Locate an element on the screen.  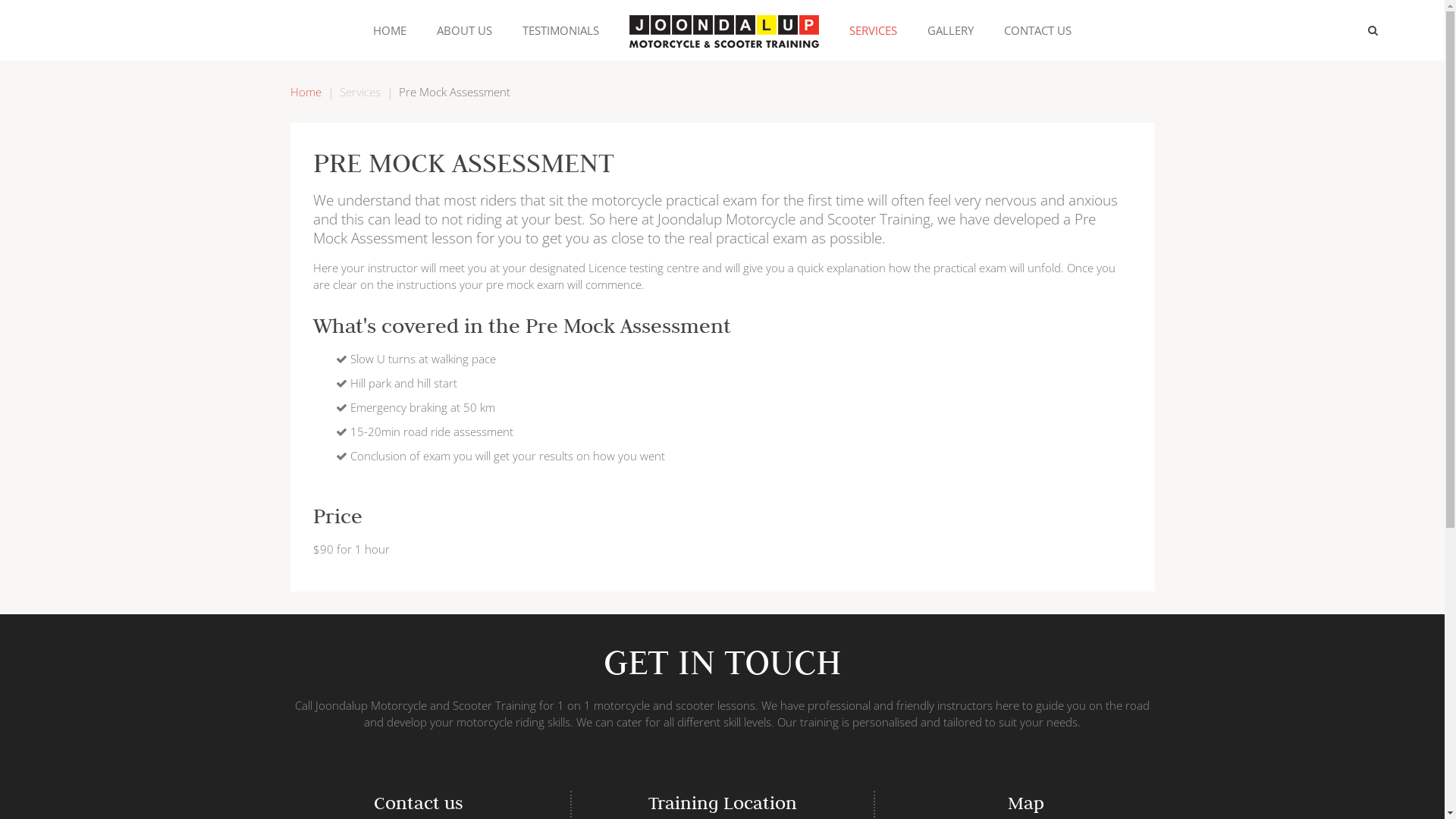
'GALLERY' is located at coordinates (949, 30).